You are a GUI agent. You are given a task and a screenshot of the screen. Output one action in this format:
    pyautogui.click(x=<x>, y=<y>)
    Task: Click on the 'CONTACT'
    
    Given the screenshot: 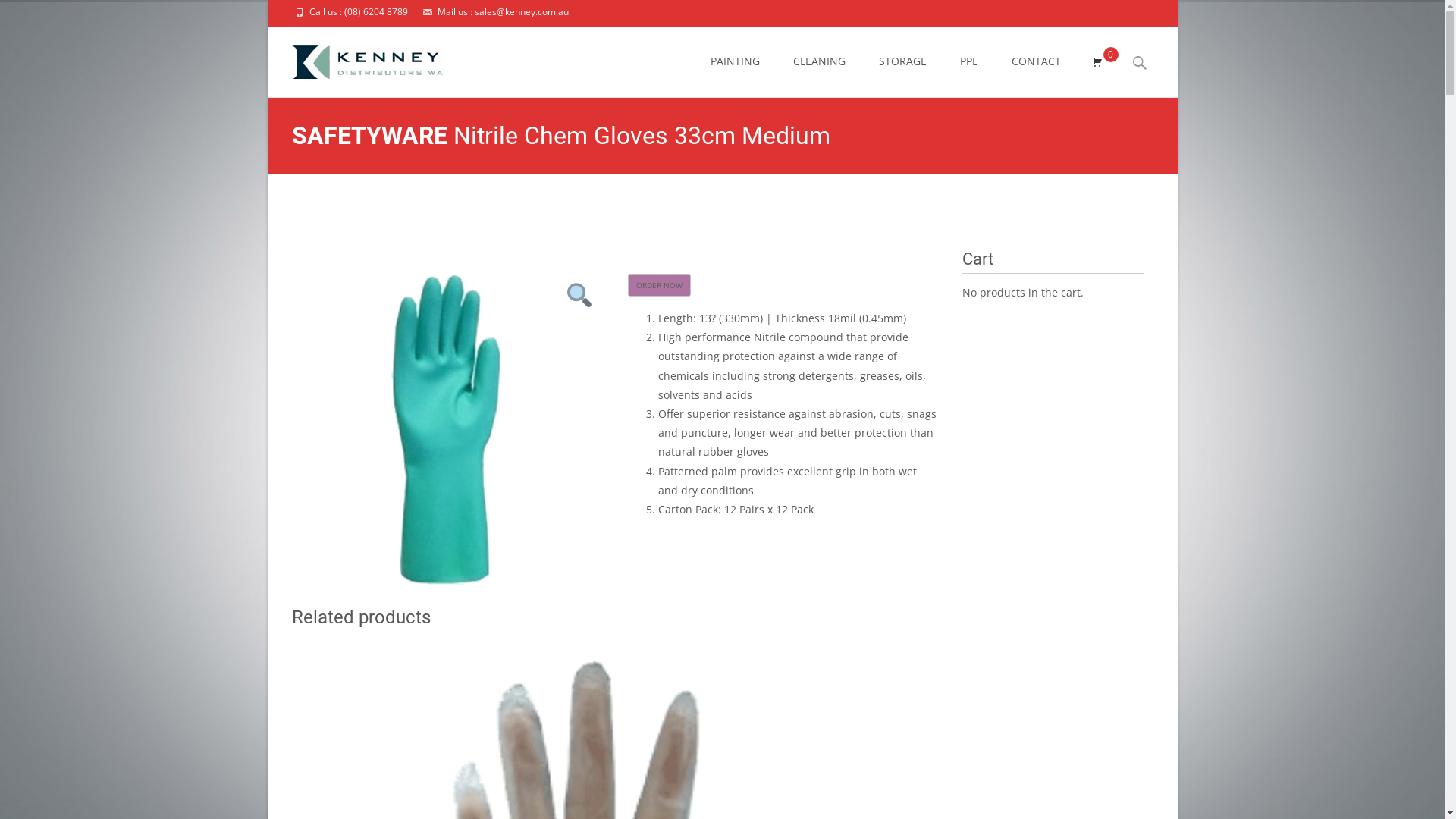 What is the action you would take?
    pyautogui.click(x=1035, y=61)
    